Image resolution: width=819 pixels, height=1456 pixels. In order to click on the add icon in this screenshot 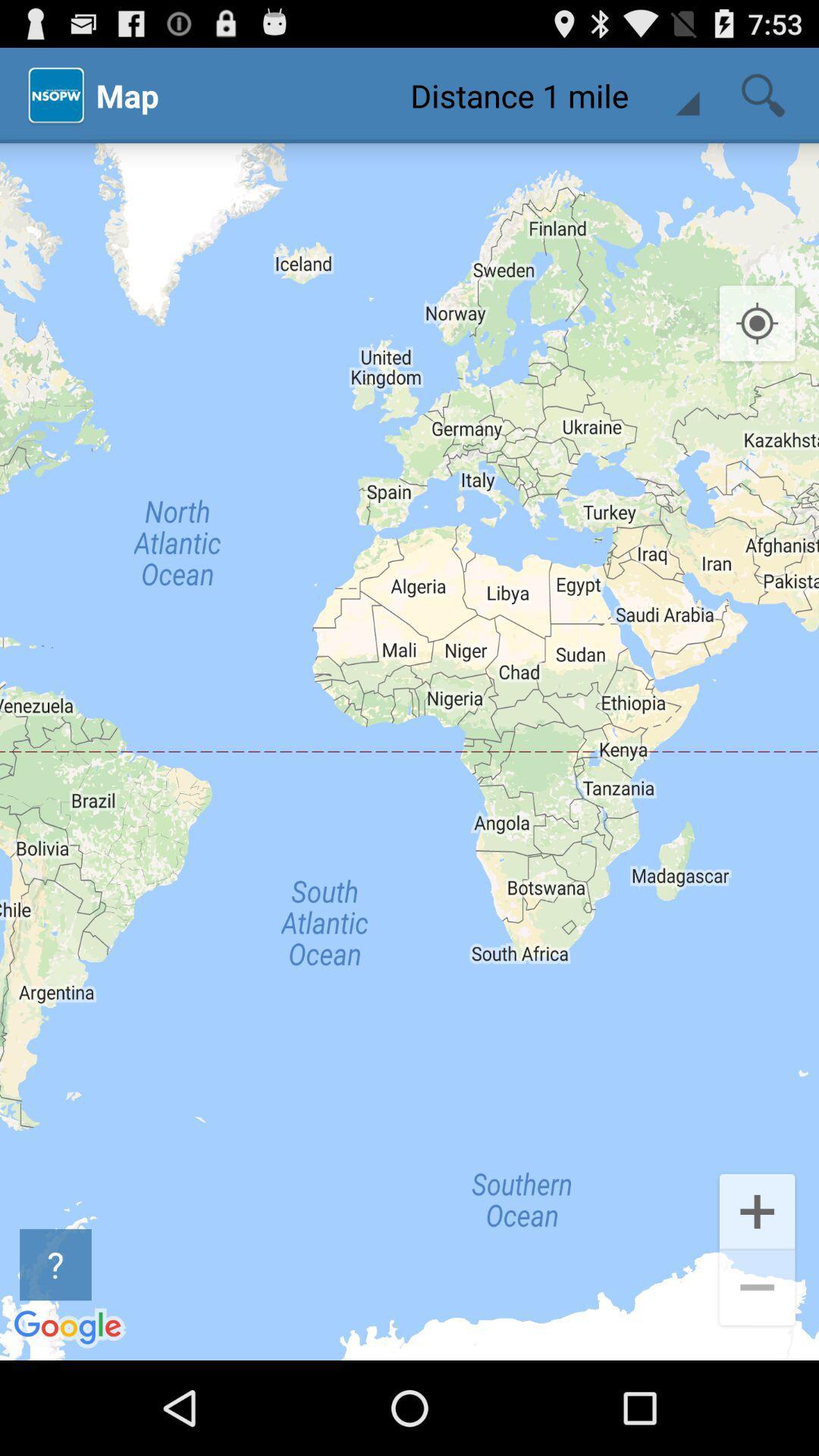, I will do `click(757, 1294)`.